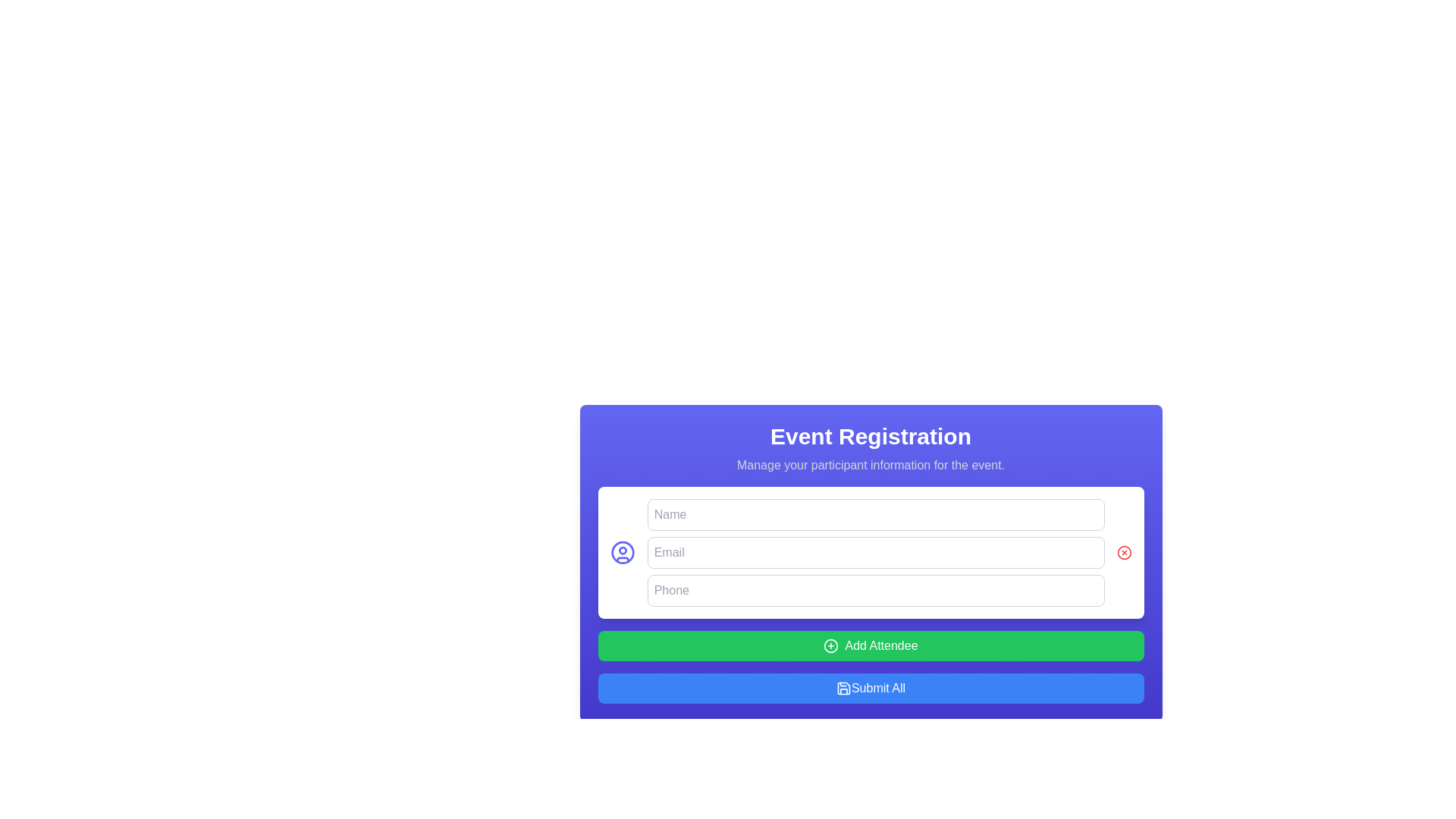 The height and width of the screenshot is (819, 1456). Describe the element at coordinates (830, 646) in the screenshot. I see `the icon representing the action of adding an attendee located to the left of the 'Add Attendee' text within the green button in the Event Registration form` at that location.